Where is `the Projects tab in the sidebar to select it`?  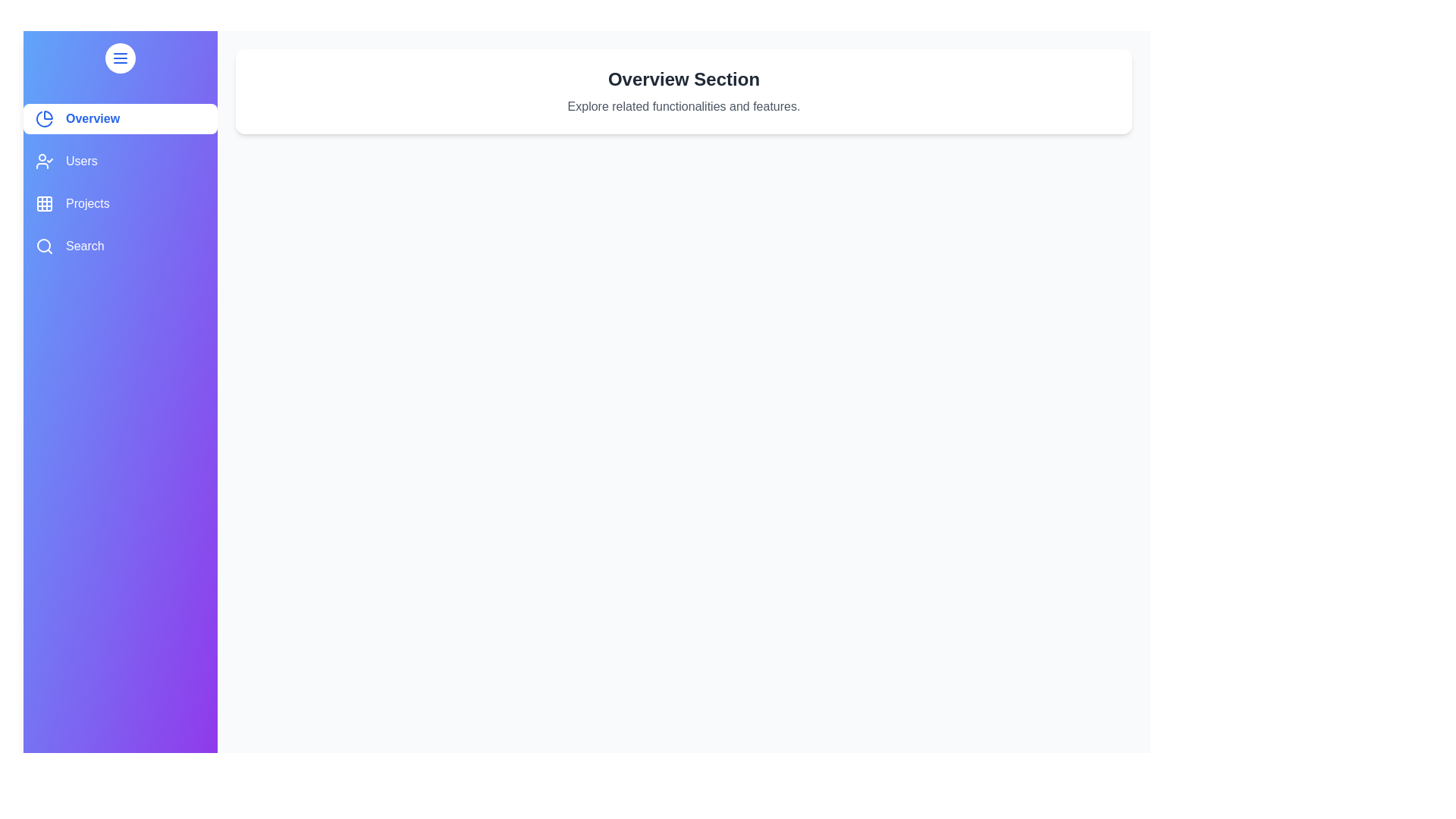 the Projects tab in the sidebar to select it is located at coordinates (119, 203).